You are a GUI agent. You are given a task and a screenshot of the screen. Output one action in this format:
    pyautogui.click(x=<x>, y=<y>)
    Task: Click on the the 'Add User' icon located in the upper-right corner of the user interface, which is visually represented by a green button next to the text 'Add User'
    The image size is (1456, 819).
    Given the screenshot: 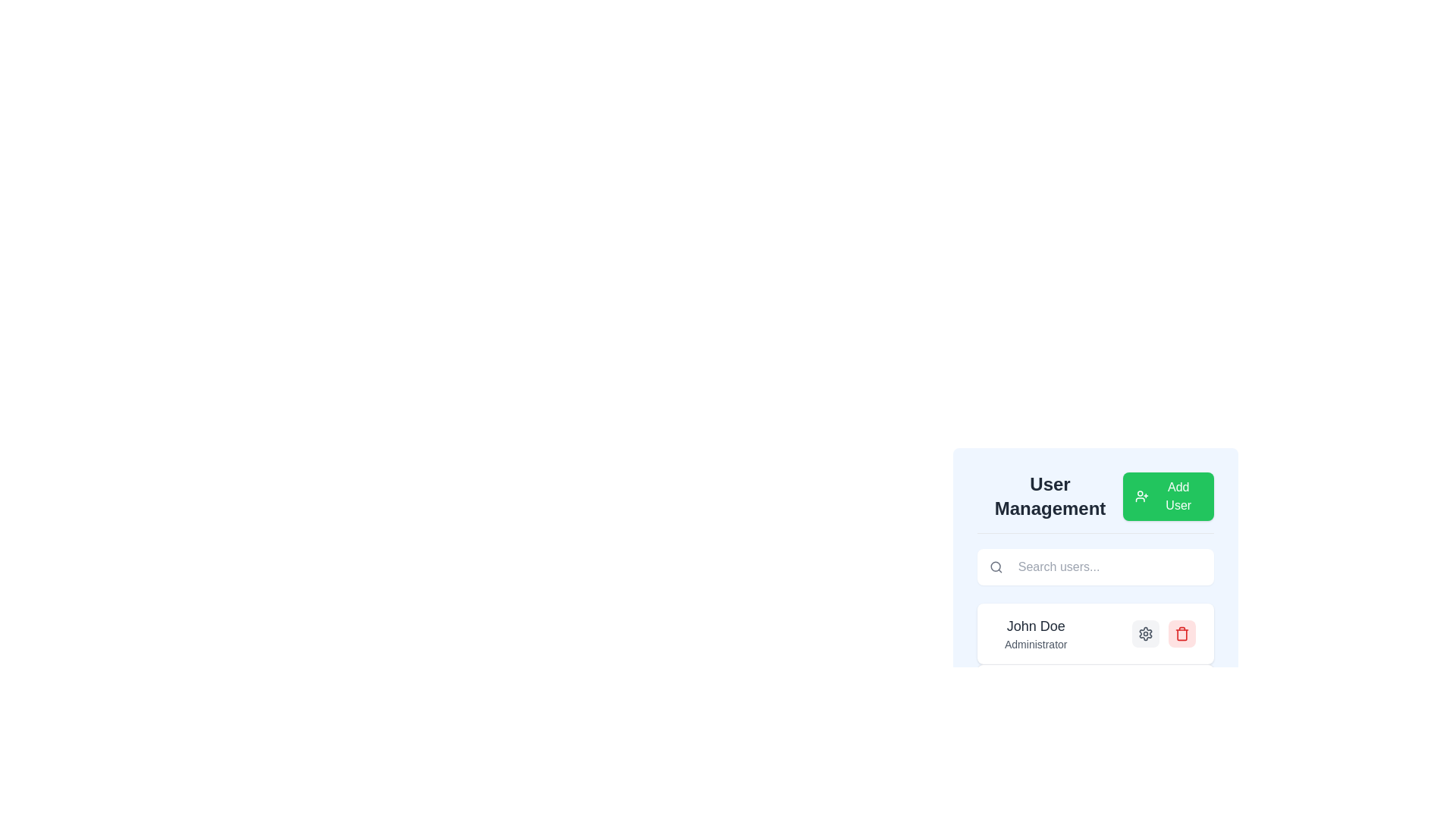 What is the action you would take?
    pyautogui.click(x=1142, y=497)
    